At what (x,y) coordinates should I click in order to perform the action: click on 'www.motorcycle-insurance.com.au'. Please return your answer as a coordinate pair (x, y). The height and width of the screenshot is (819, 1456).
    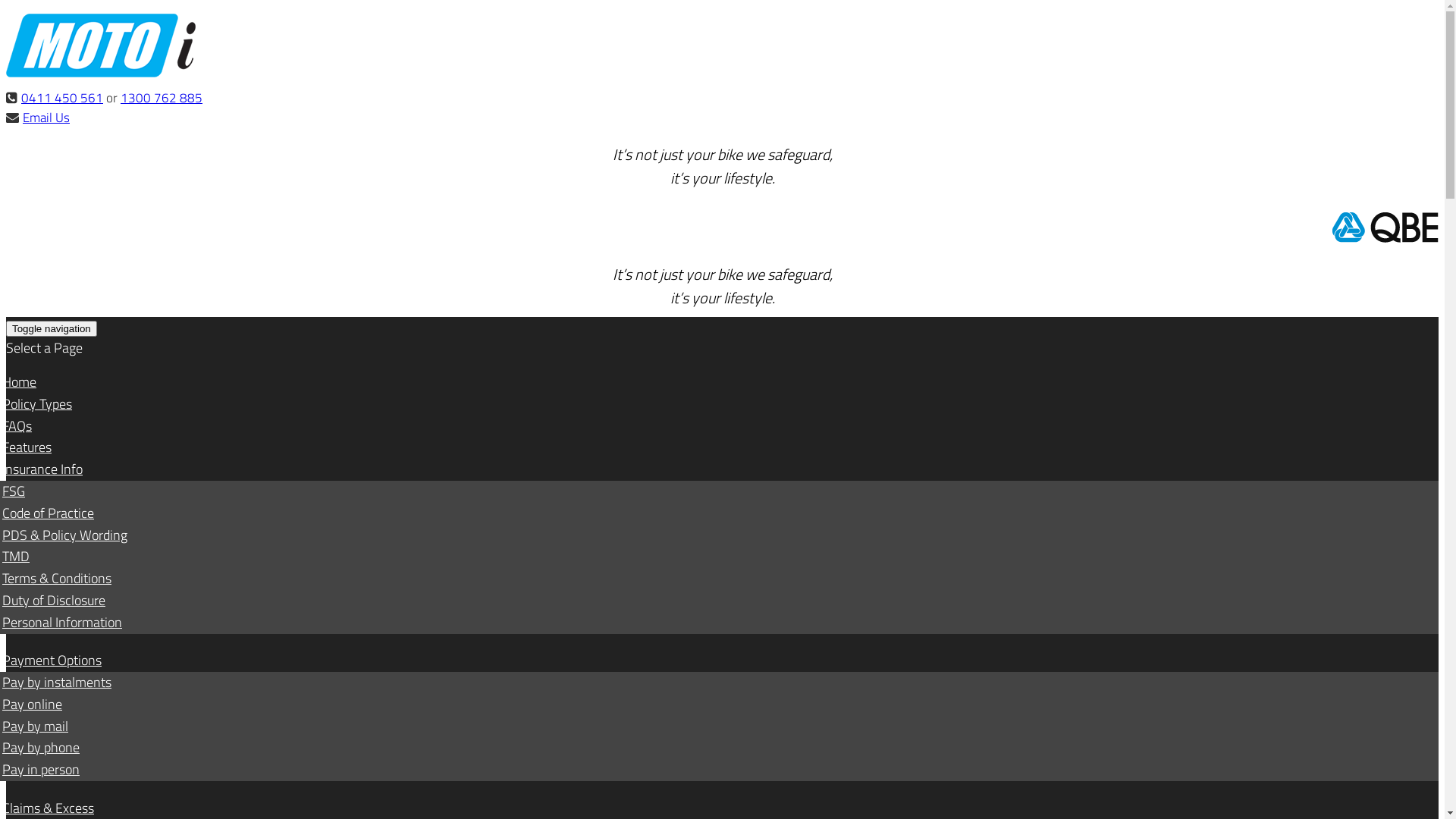
    Looking at the image, I should click on (100, 73).